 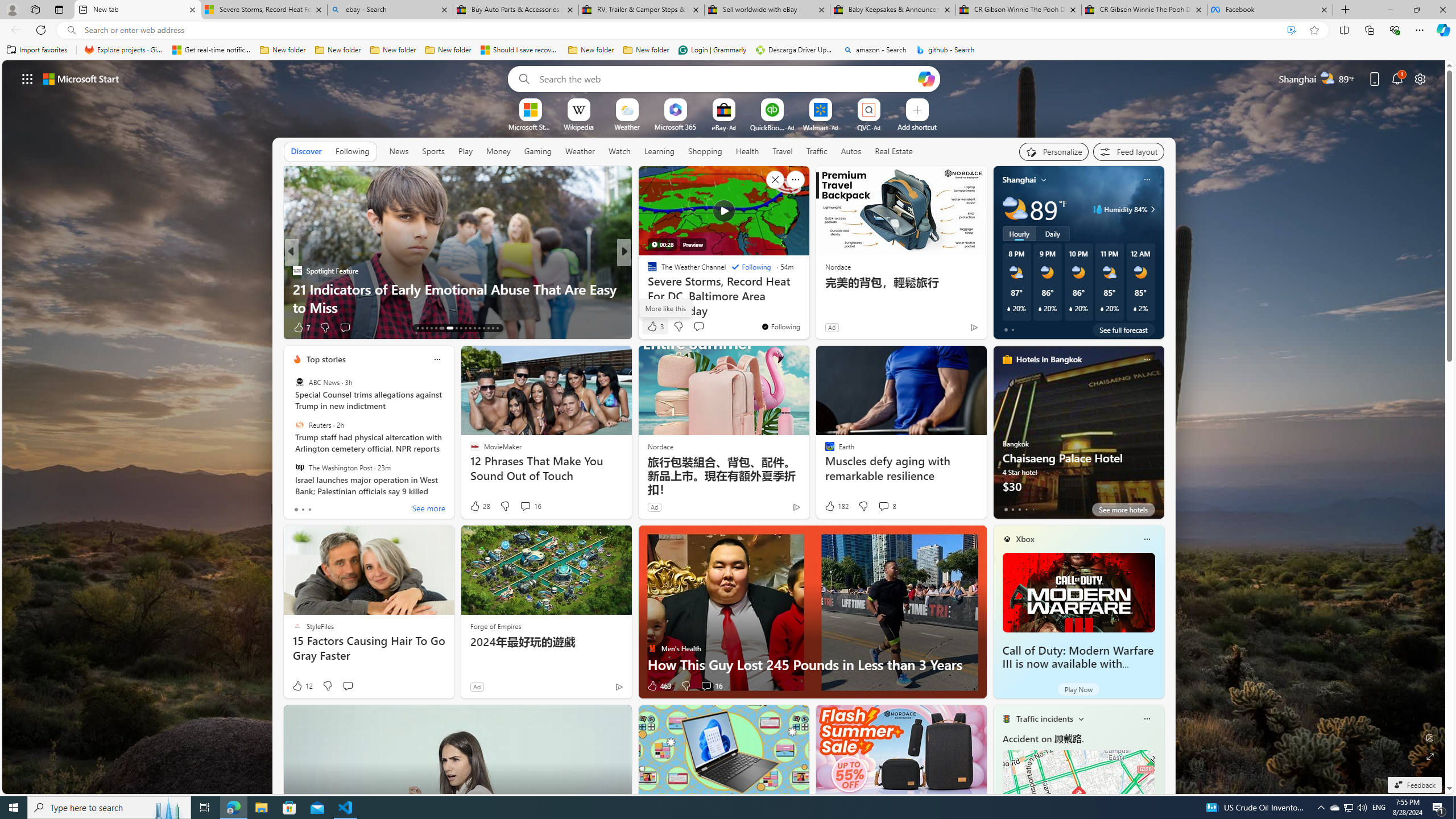 What do you see at coordinates (492, 328) in the screenshot?
I see `'AutomationID: tab-28'` at bounding box center [492, 328].